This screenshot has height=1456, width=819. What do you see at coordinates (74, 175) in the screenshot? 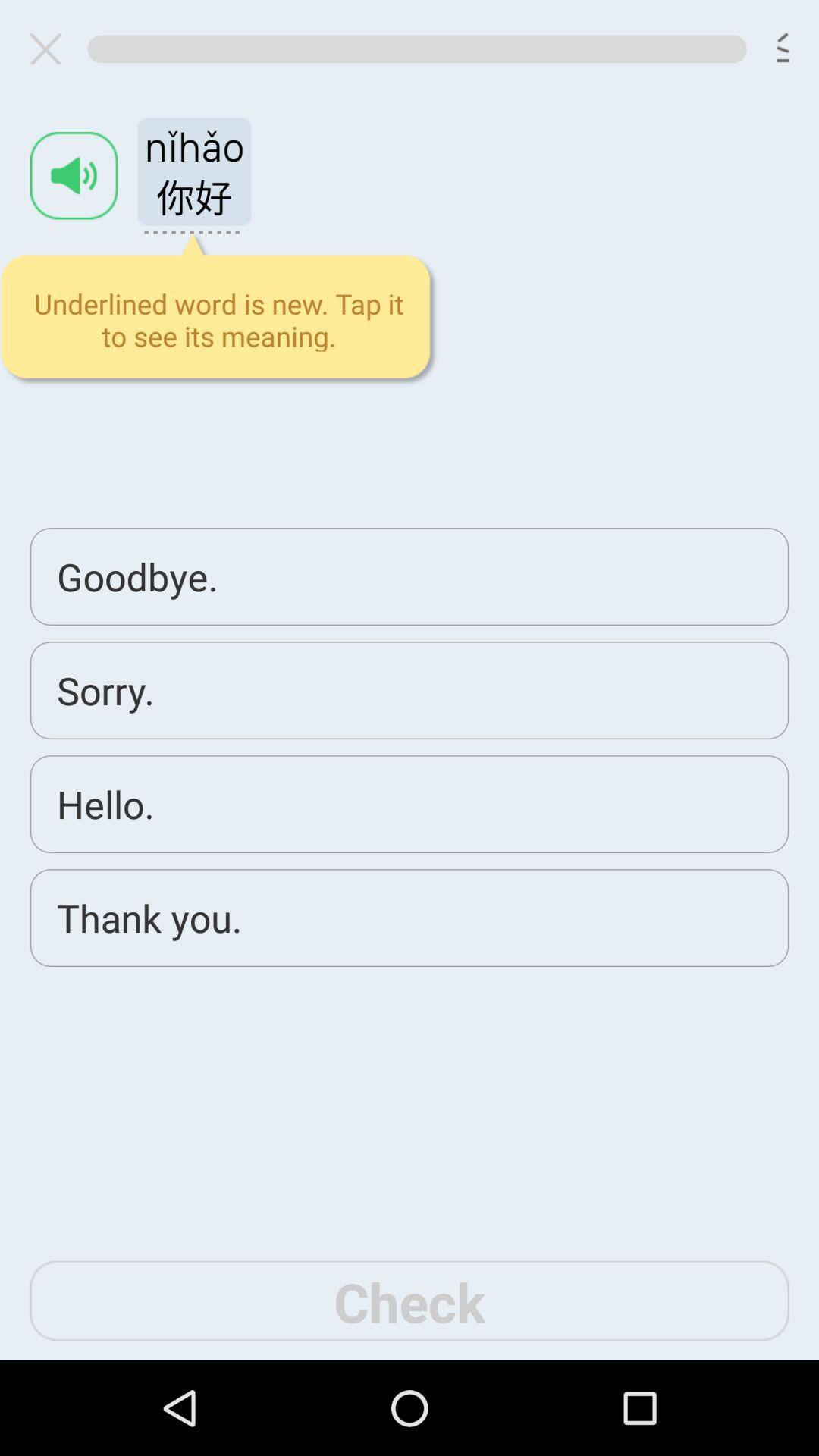
I see `audio` at bounding box center [74, 175].